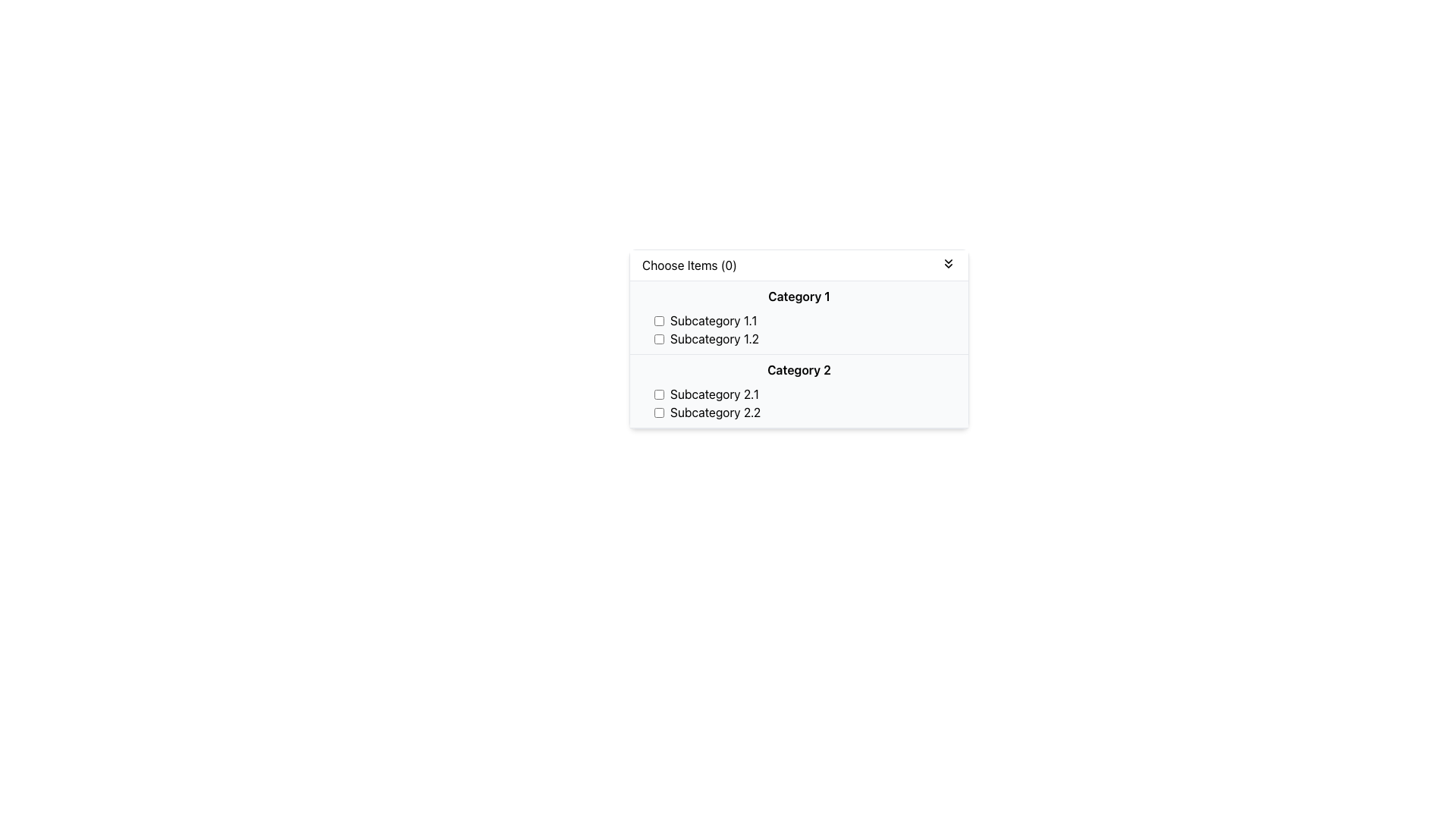 Image resolution: width=1456 pixels, height=819 pixels. What do you see at coordinates (659, 320) in the screenshot?
I see `the checkbox for 'Subcategory 1.1'` at bounding box center [659, 320].